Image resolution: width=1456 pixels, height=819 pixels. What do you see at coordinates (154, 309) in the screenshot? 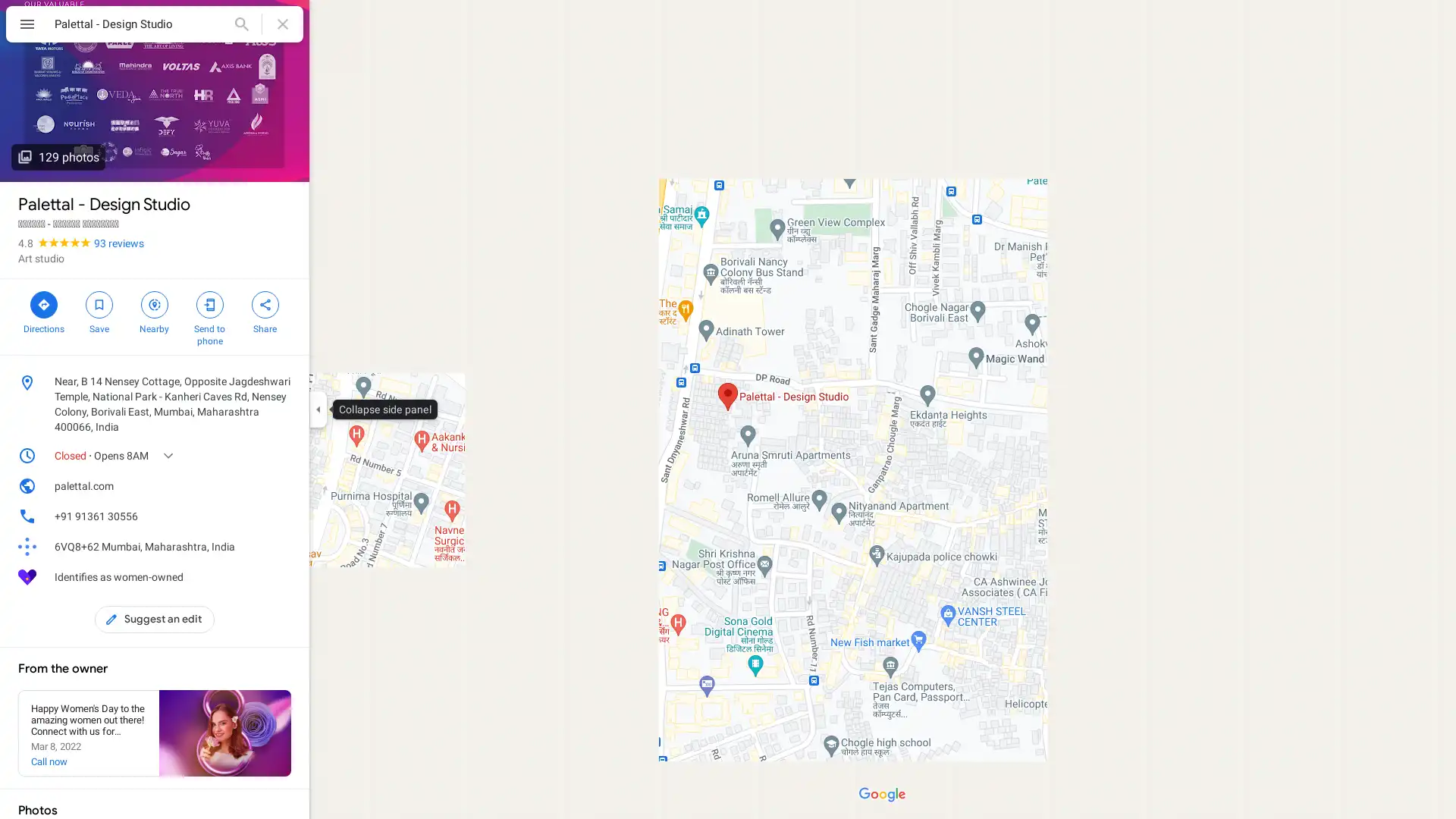
I see `Search nearby Palettal - Design Studio` at bounding box center [154, 309].